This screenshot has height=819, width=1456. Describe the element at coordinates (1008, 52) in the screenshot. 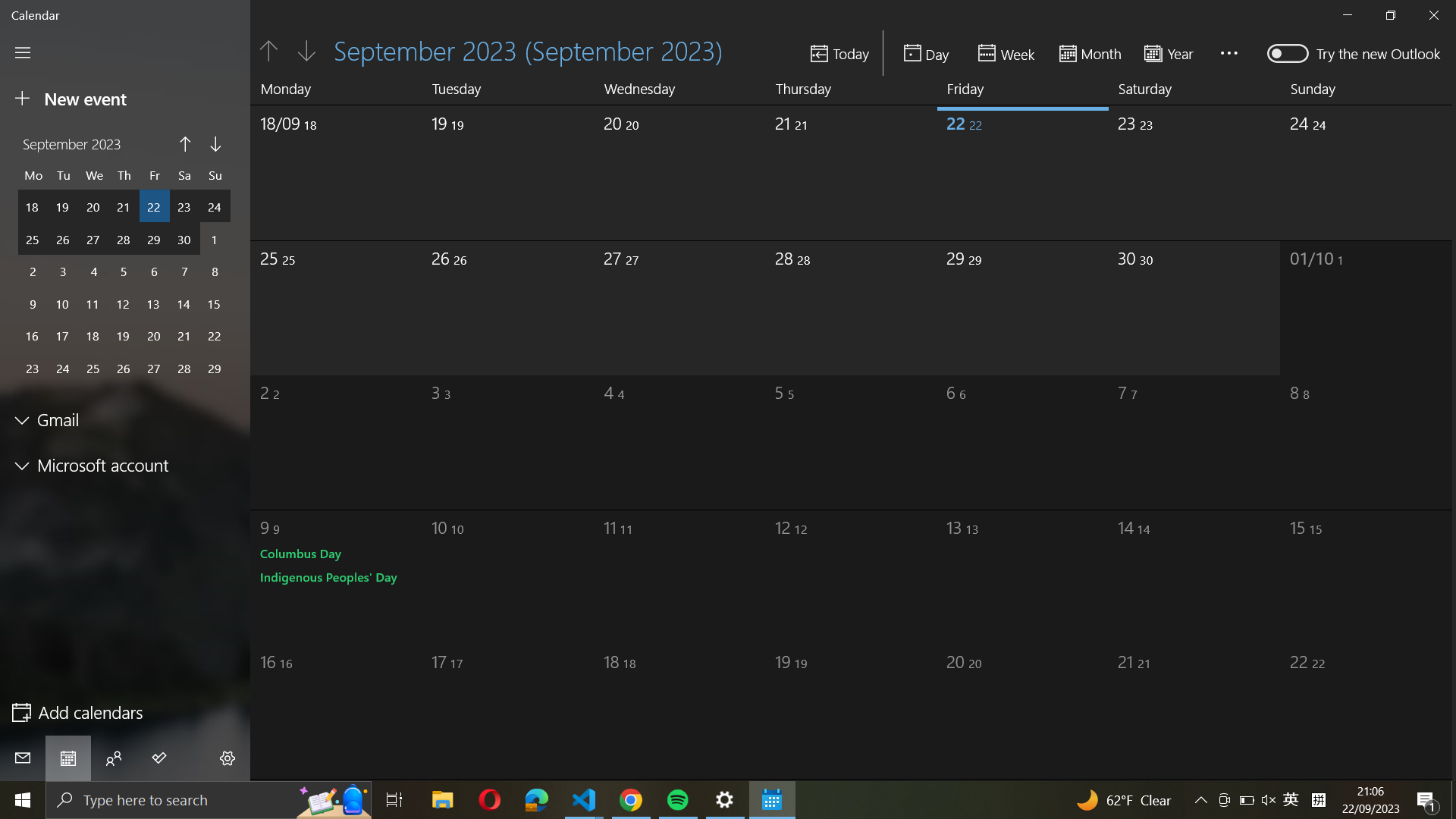

I see `Change calendar view to "Week" mode` at that location.